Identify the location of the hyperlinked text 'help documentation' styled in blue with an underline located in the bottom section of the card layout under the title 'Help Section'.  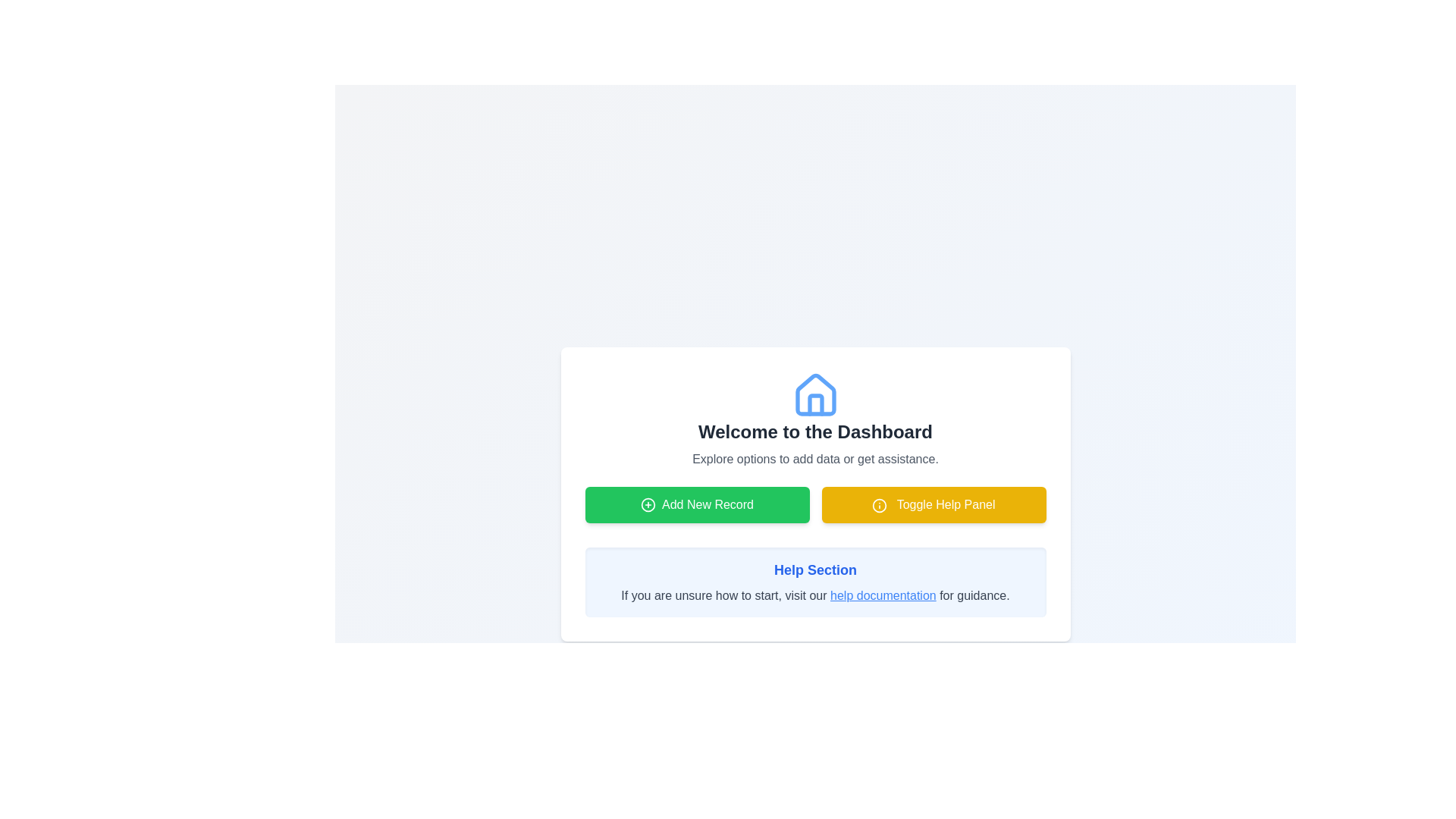
(883, 595).